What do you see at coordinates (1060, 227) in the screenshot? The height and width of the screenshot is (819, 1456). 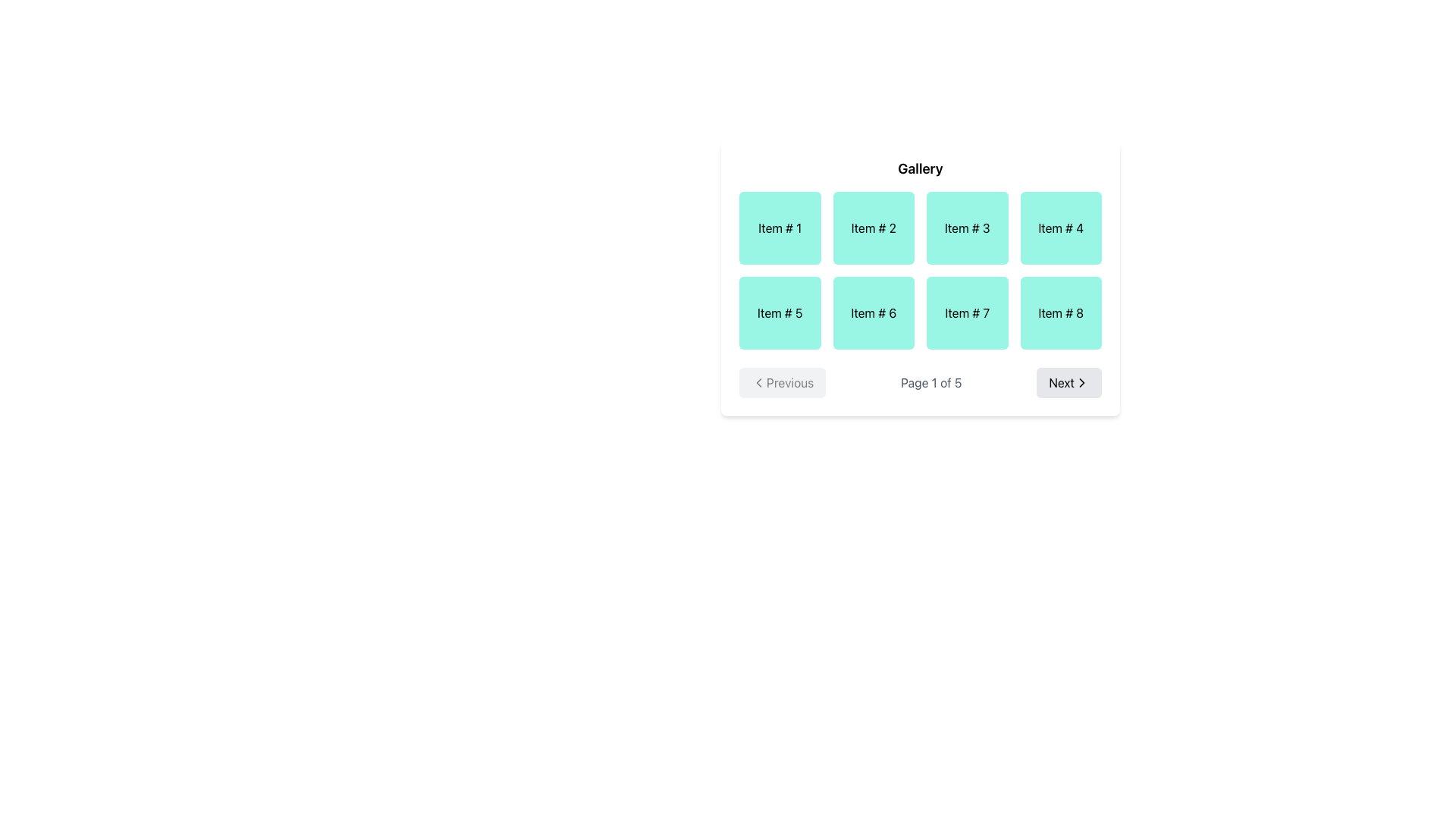 I see `the static label tile labeled 'Item # 4'` at bounding box center [1060, 227].